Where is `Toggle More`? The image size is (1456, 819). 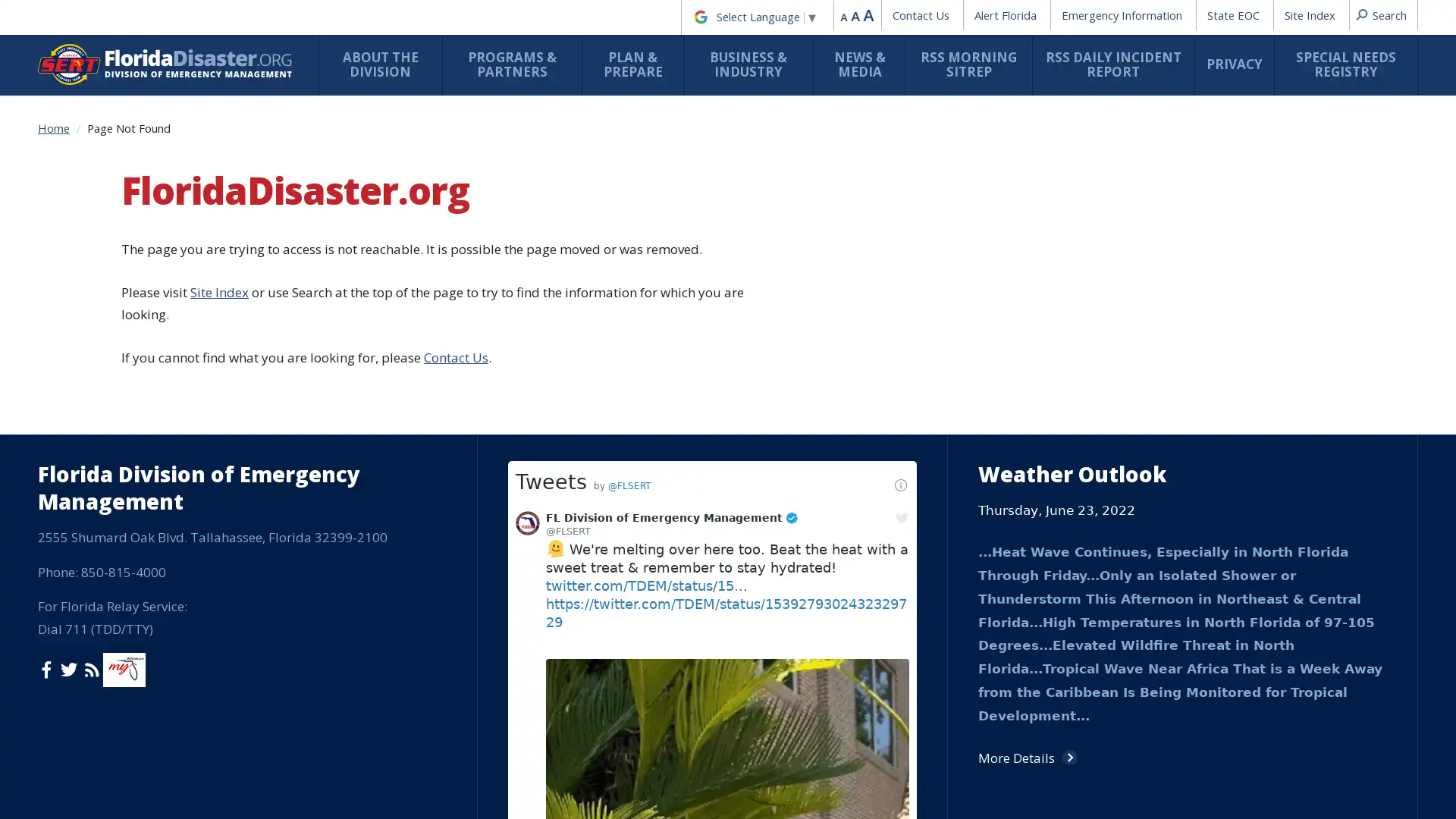
Toggle More is located at coordinates (455, 115).